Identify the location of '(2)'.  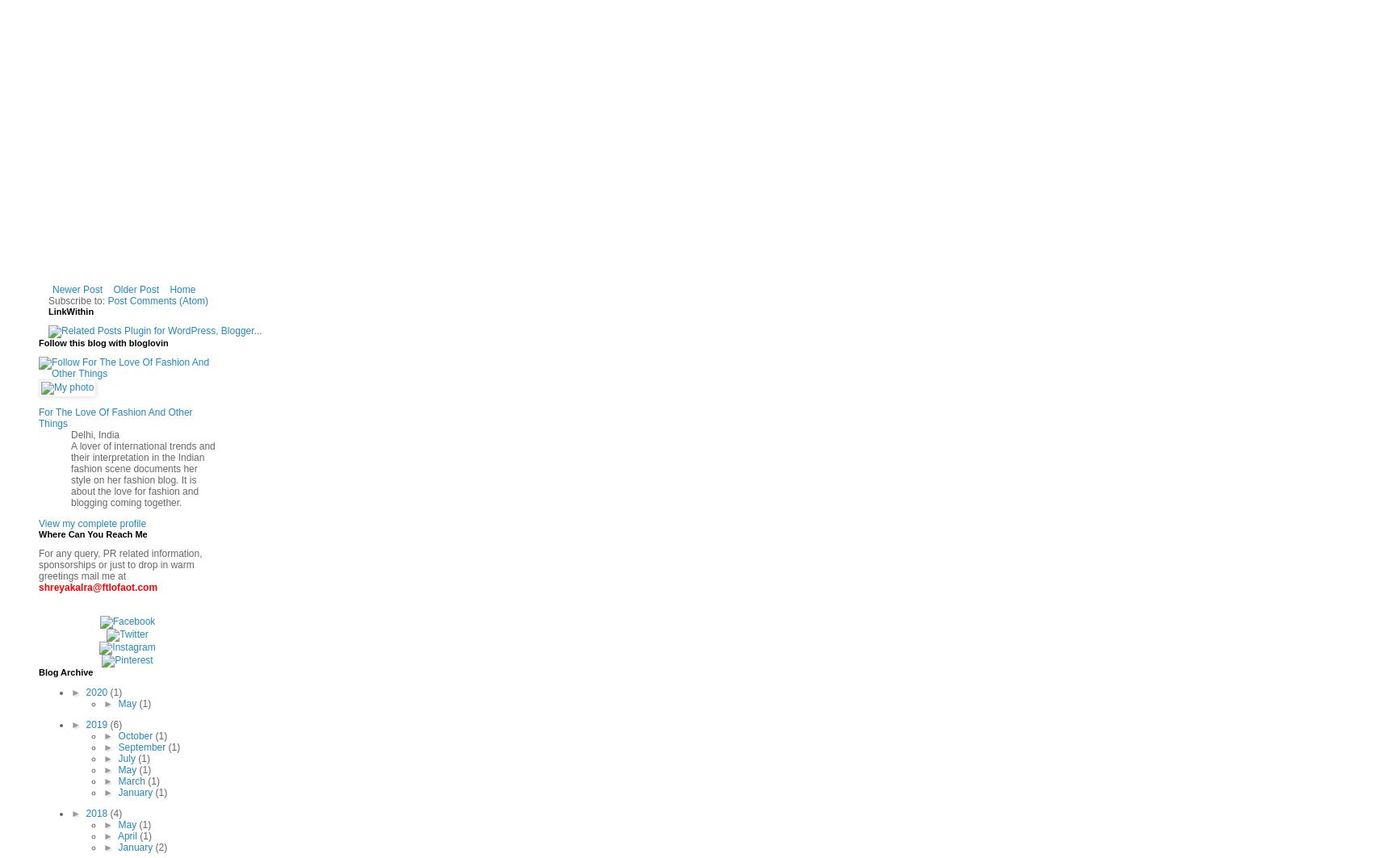
(161, 847).